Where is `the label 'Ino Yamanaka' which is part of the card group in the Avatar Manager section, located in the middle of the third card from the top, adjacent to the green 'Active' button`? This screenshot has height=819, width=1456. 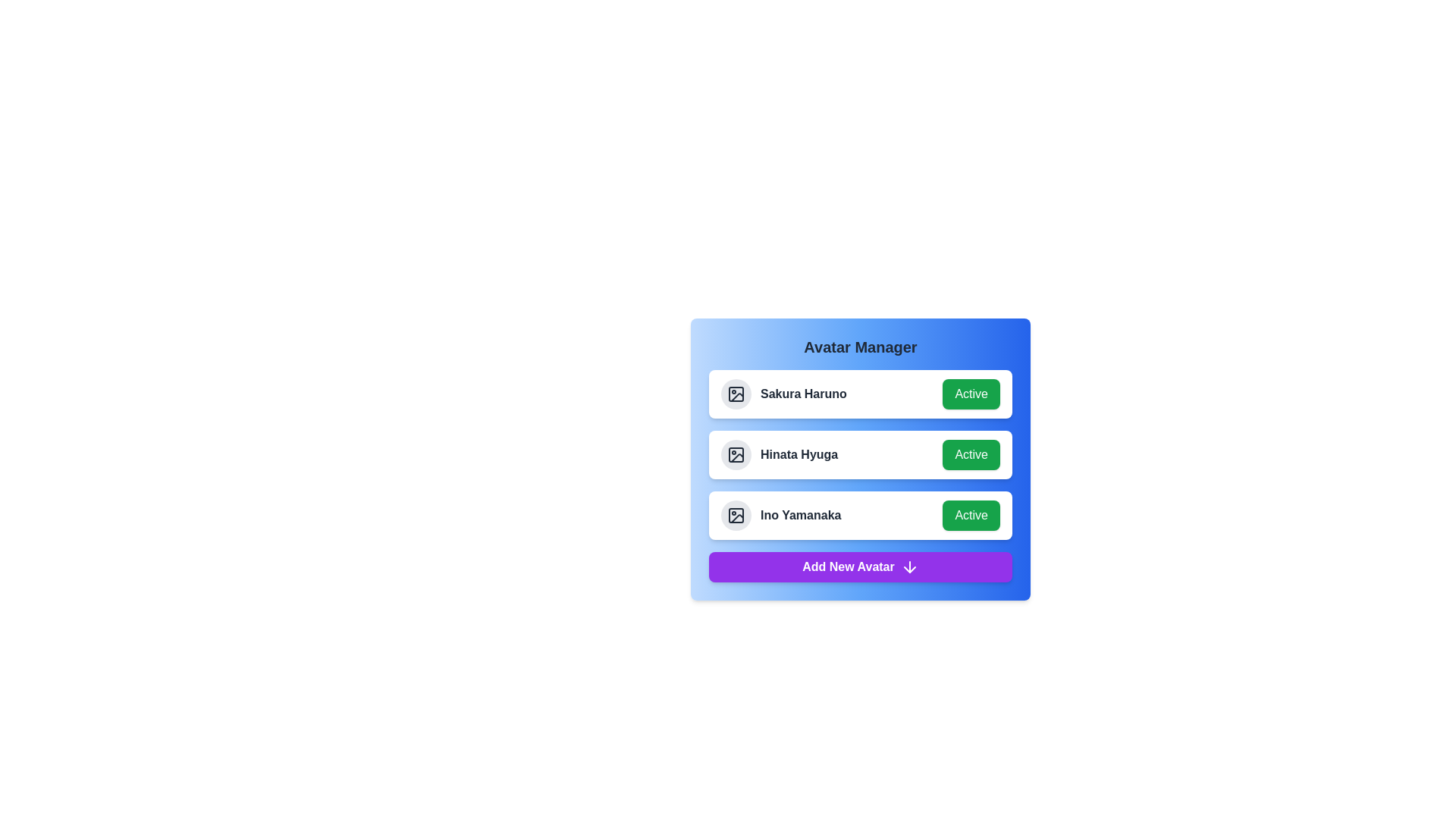
the label 'Ino Yamanaka' which is part of the card group in the Avatar Manager section, located in the middle of the third card from the top, adjacent to the green 'Active' button is located at coordinates (781, 514).